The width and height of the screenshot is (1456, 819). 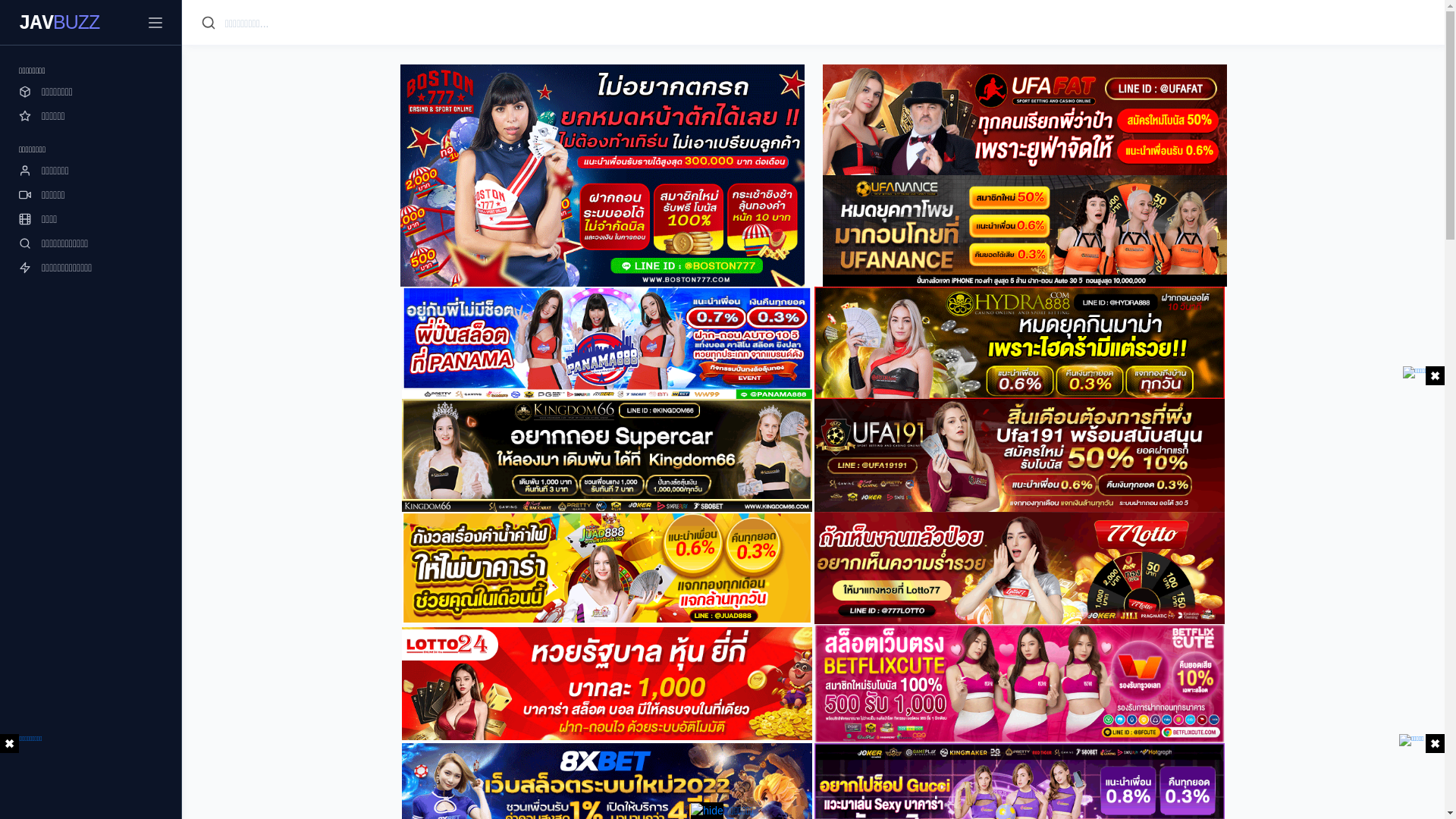 I want to click on 'JAVBUZZ', so click(x=58, y=22).